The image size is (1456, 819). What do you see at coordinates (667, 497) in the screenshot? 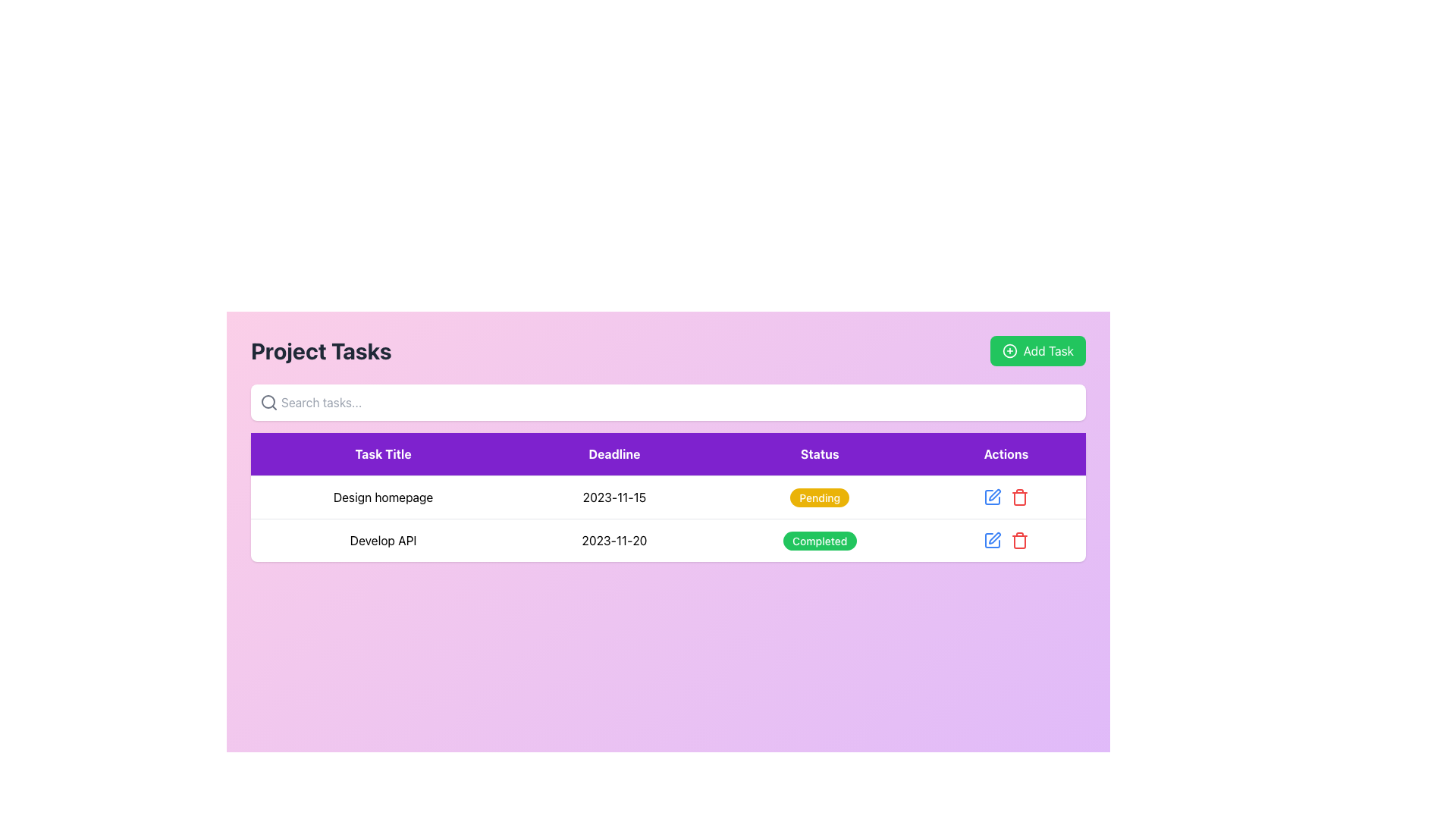
I see `the first row item in the 'Project Tasks' section, which contains the task title 'Design homepage', deadline '2023-11-15', and status 'Pending' with a yellow background` at bounding box center [667, 497].